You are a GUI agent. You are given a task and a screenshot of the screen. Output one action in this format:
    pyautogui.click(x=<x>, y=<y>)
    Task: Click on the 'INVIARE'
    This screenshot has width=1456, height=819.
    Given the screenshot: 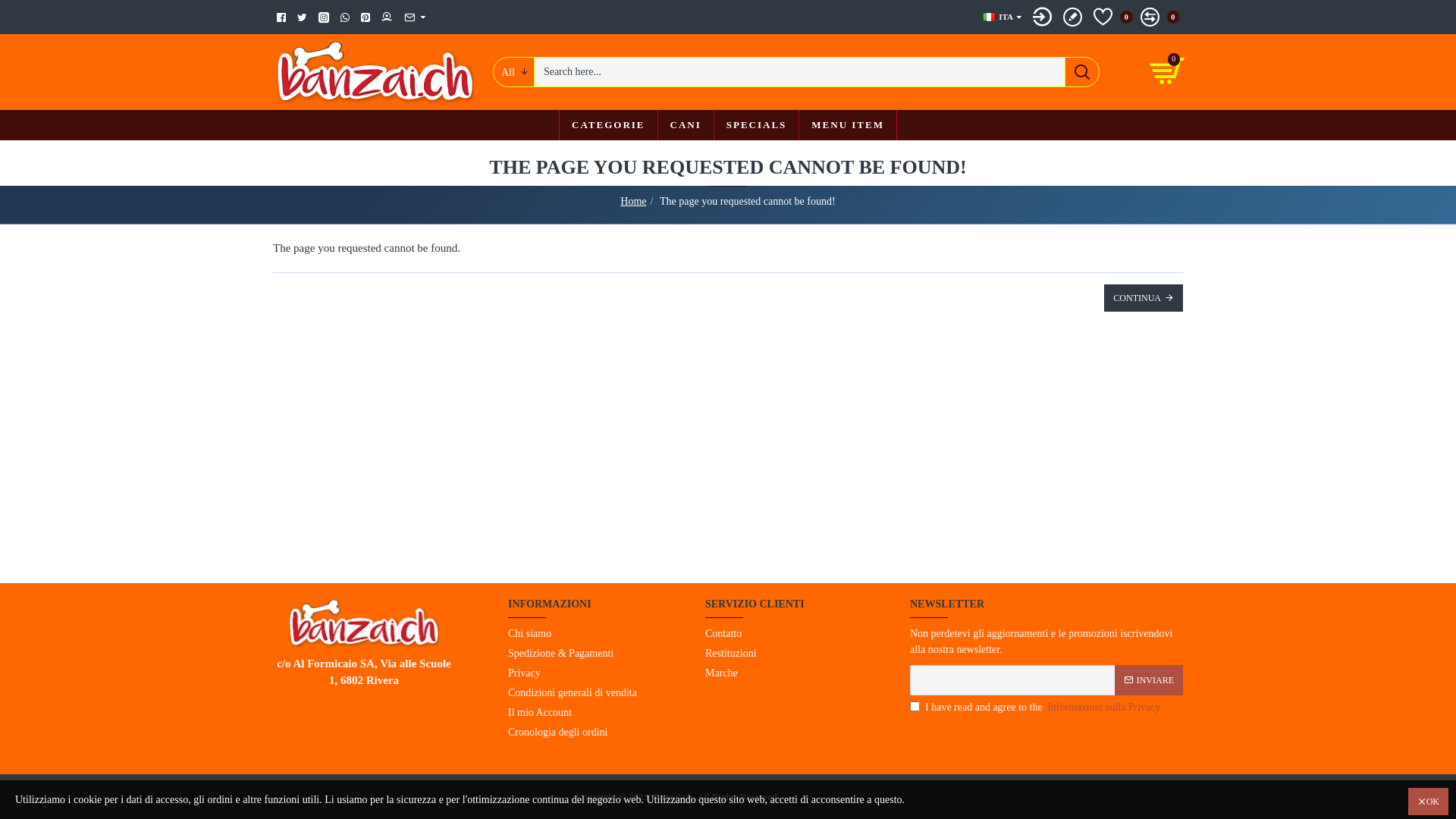 What is the action you would take?
    pyautogui.click(x=1149, y=678)
    